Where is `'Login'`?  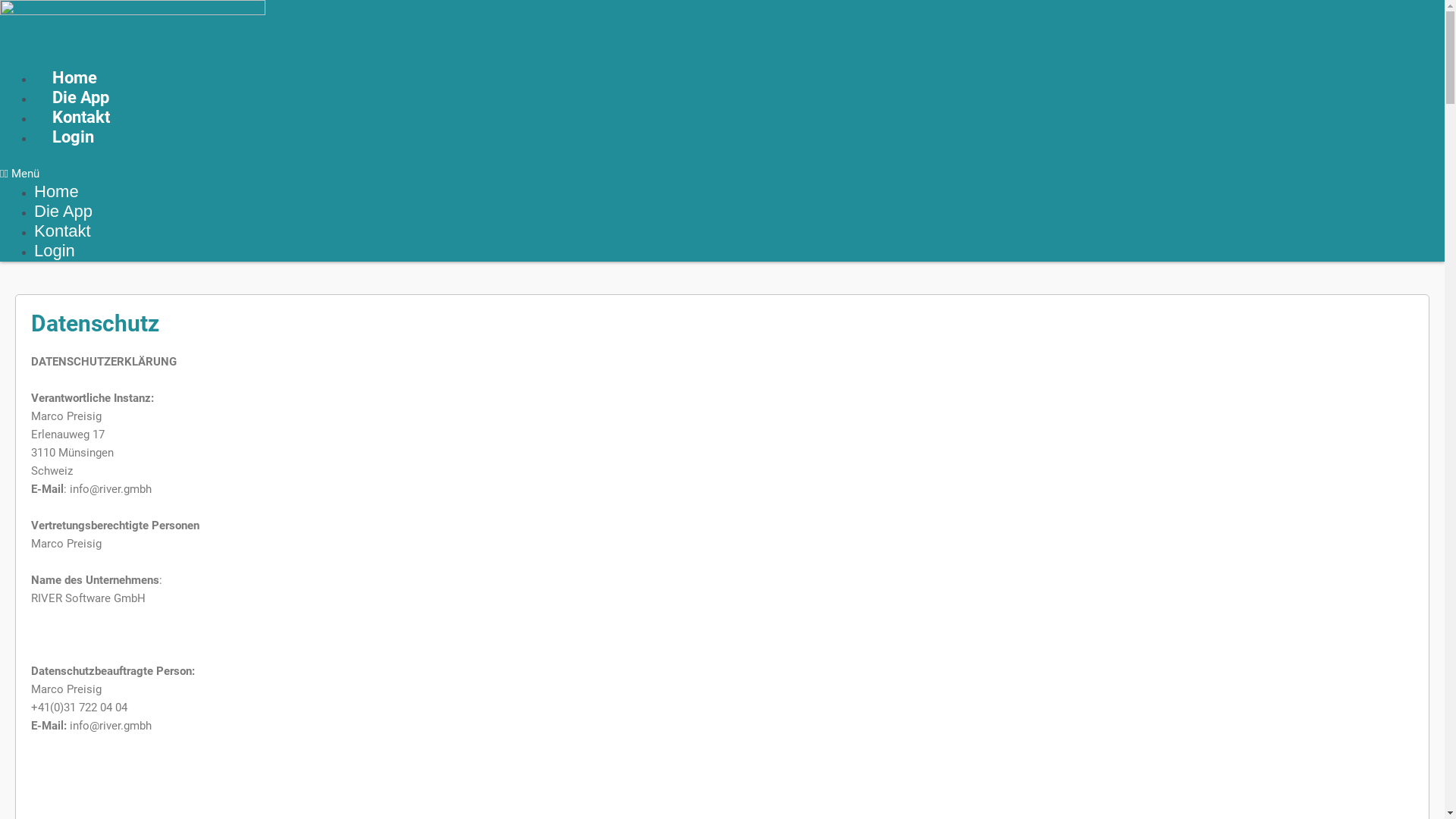 'Login' is located at coordinates (55, 249).